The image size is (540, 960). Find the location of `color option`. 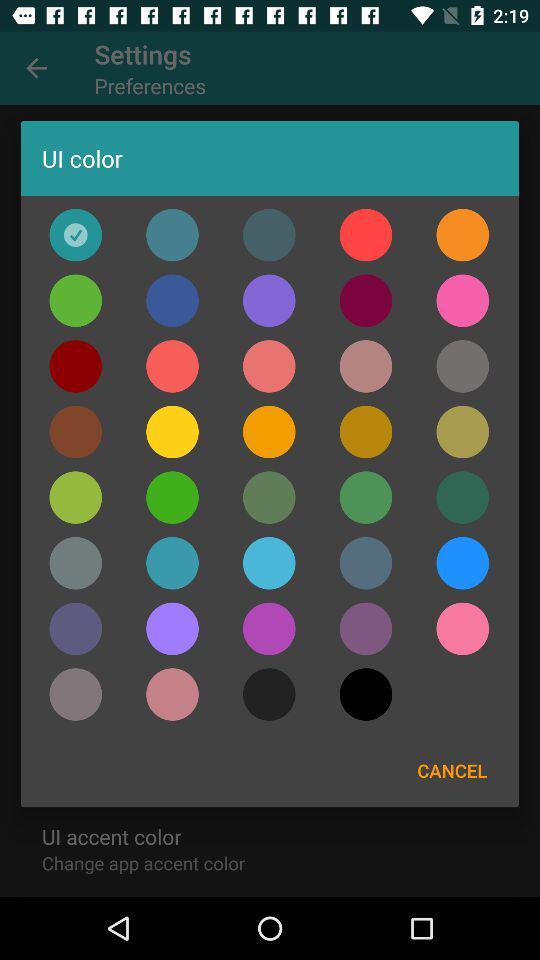

color option is located at coordinates (365, 299).